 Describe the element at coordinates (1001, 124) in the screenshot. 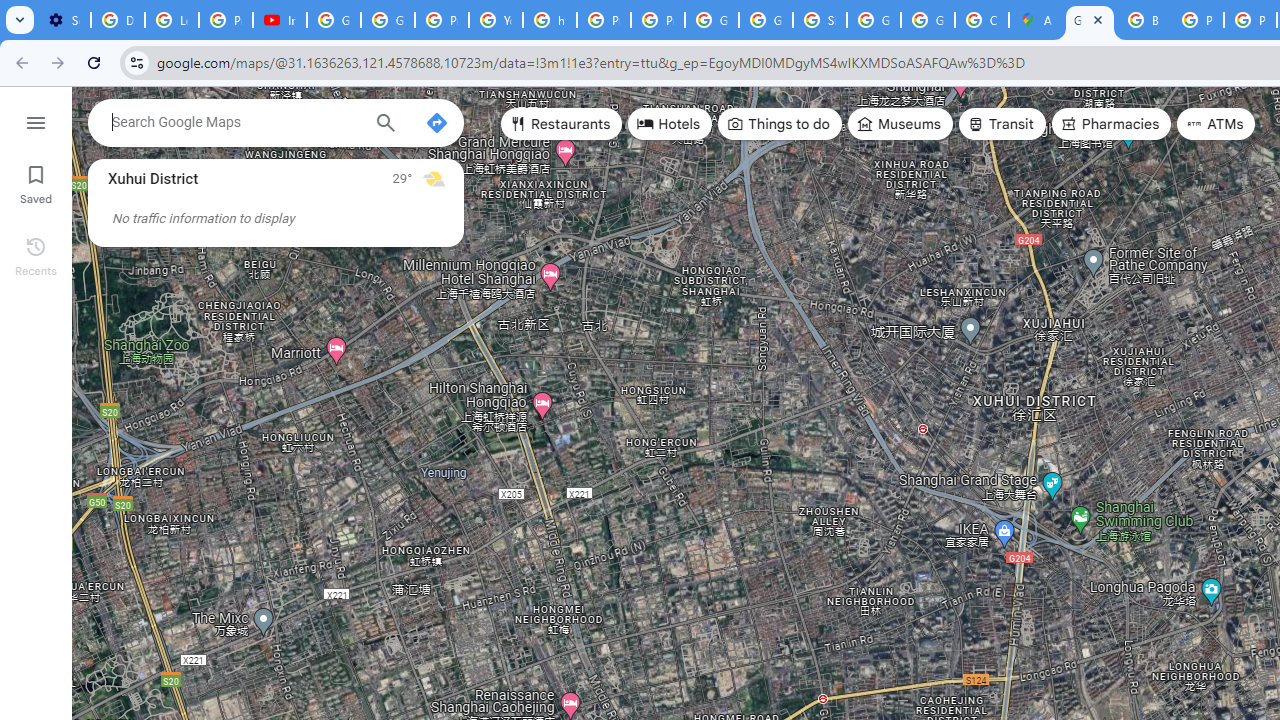

I see `'Transit'` at that location.